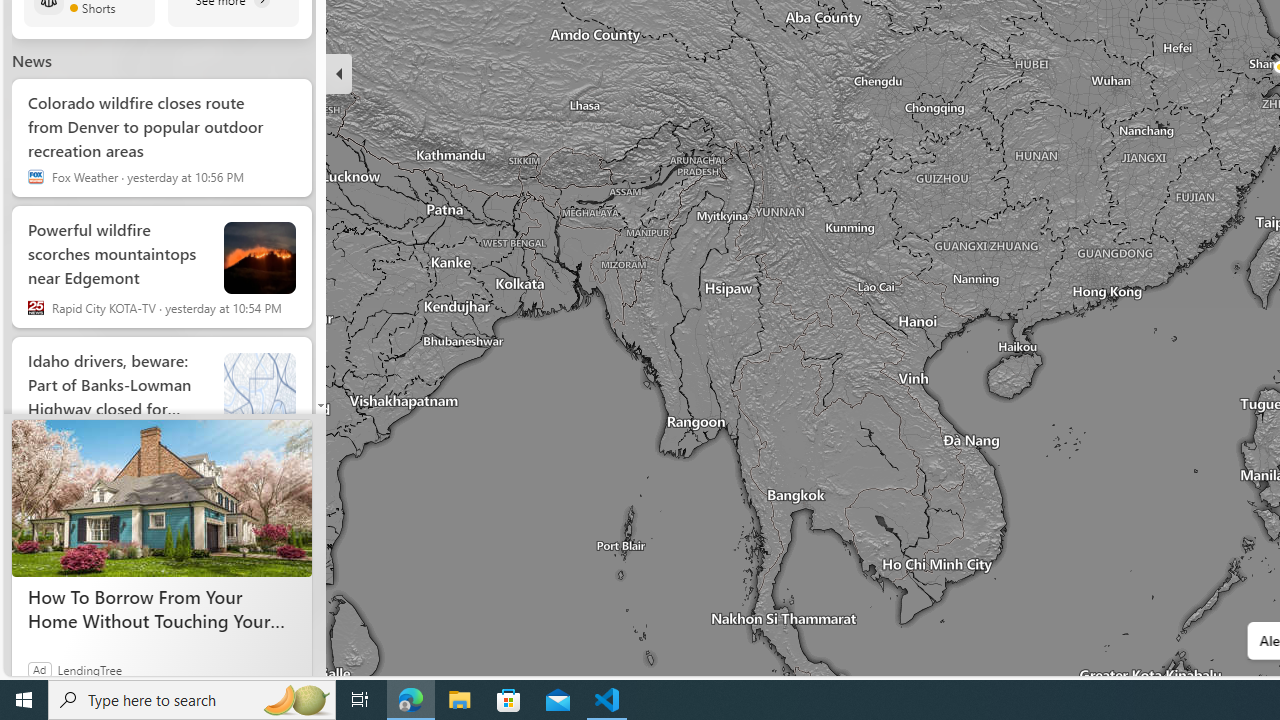 The width and height of the screenshot is (1280, 720). I want to click on 'Rapid City KOTA-TV', so click(35, 308).